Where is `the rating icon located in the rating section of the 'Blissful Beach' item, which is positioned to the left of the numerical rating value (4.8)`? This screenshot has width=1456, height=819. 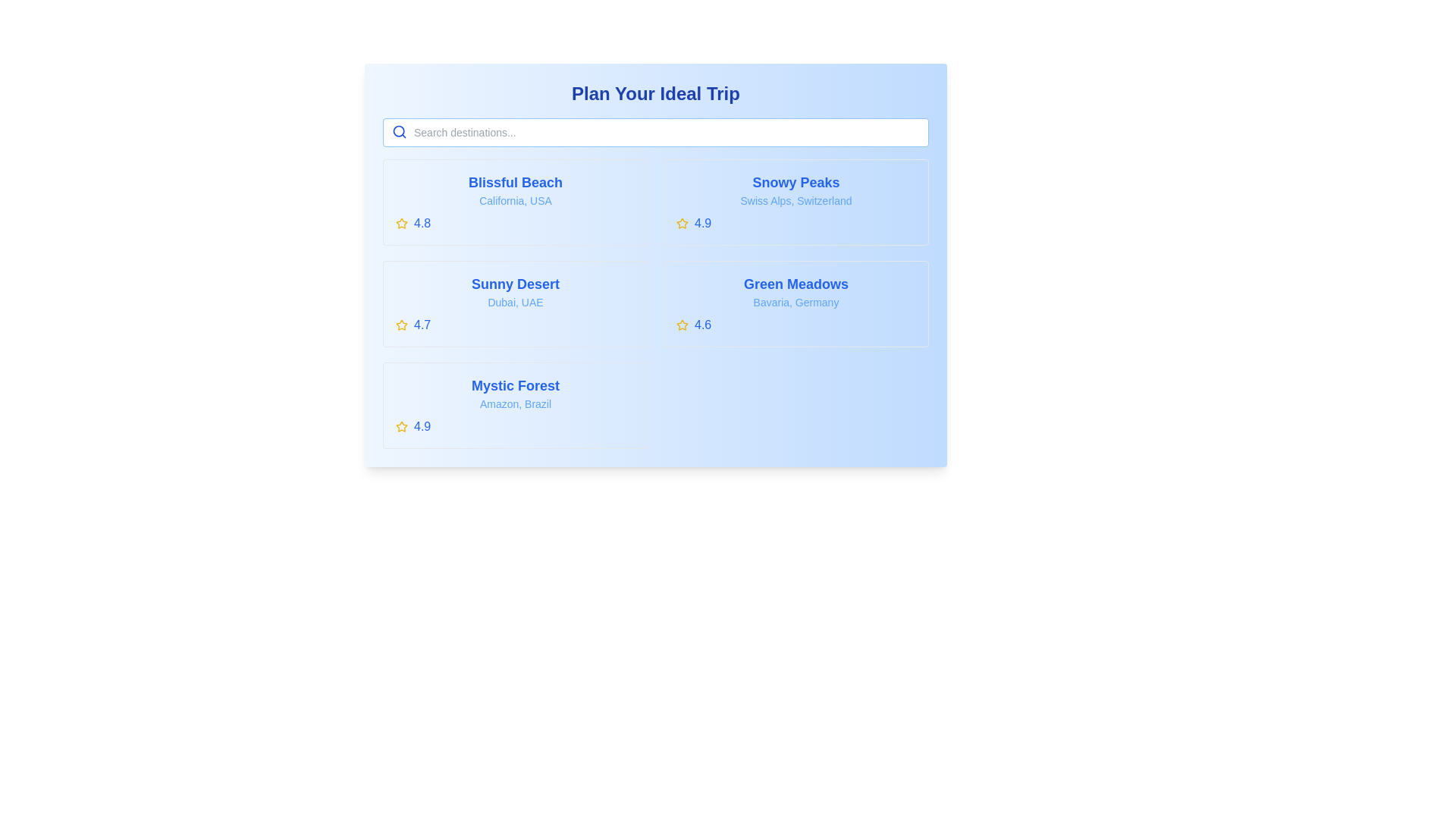
the rating icon located in the rating section of the 'Blissful Beach' item, which is positioned to the left of the numerical rating value (4.8) is located at coordinates (401, 426).